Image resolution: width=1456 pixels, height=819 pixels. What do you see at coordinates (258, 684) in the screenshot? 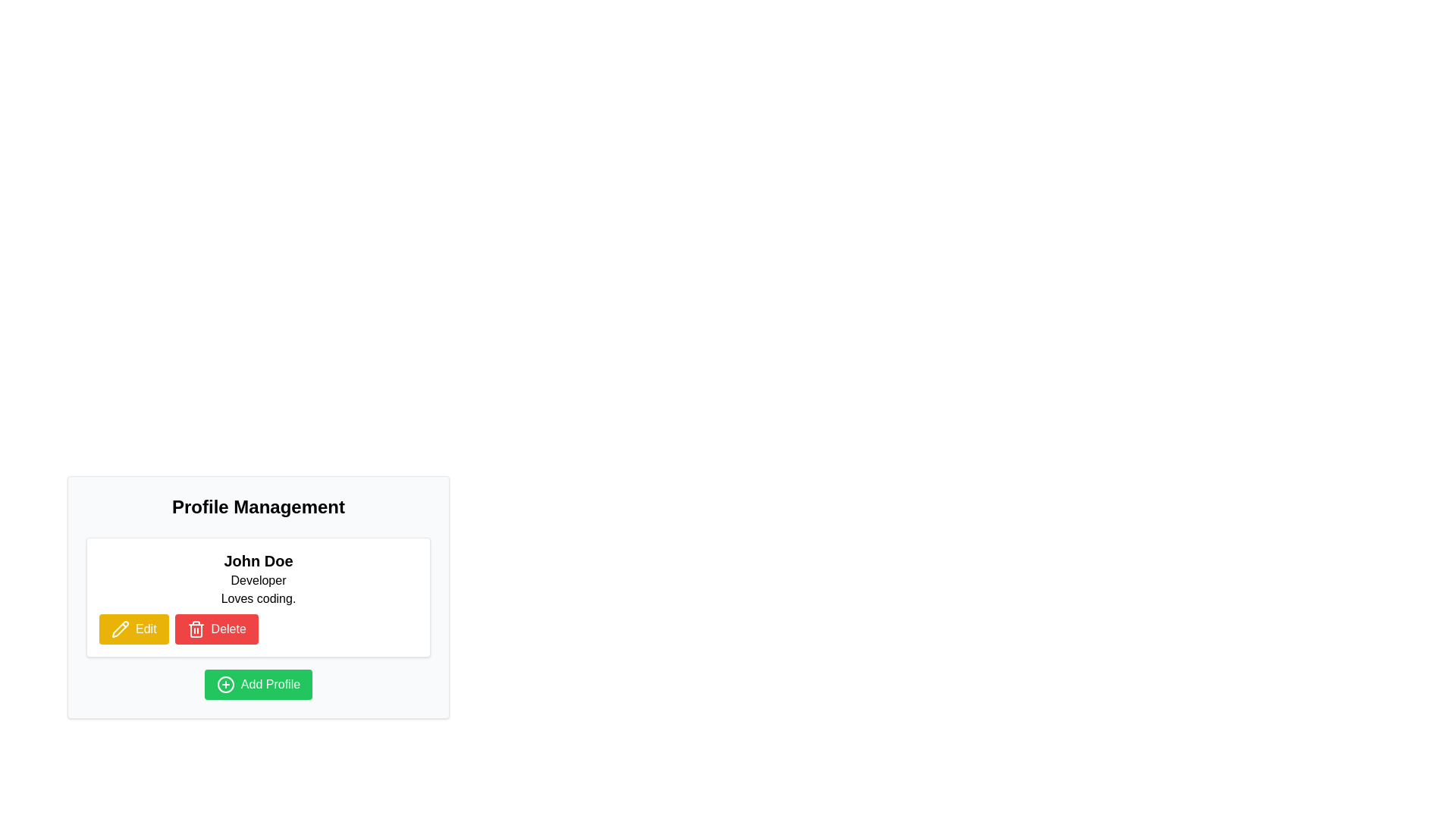
I see `the green 'Add Profile' button located at the bottom center of the 'Profile Management' section` at bounding box center [258, 684].